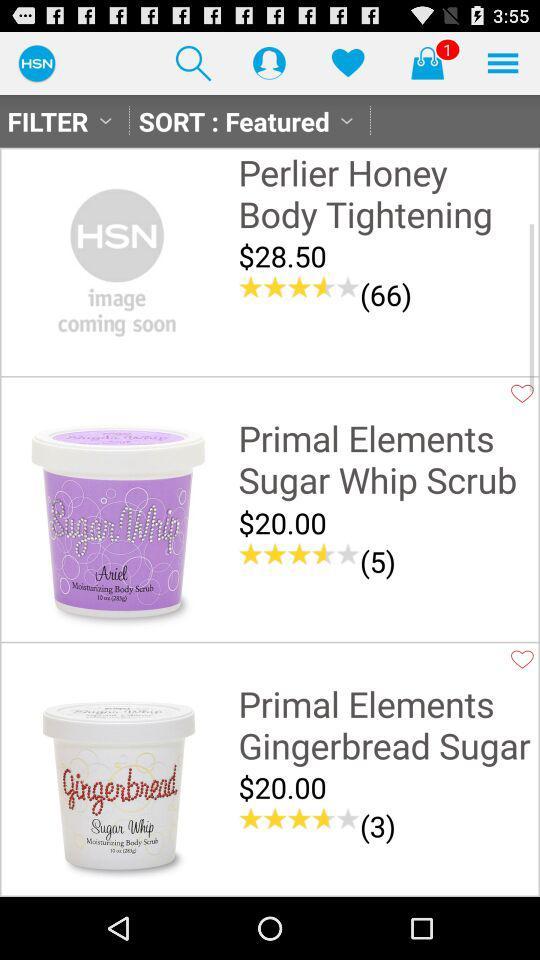 This screenshot has width=540, height=960. What do you see at coordinates (522, 392) in the screenshot?
I see `to favorites` at bounding box center [522, 392].